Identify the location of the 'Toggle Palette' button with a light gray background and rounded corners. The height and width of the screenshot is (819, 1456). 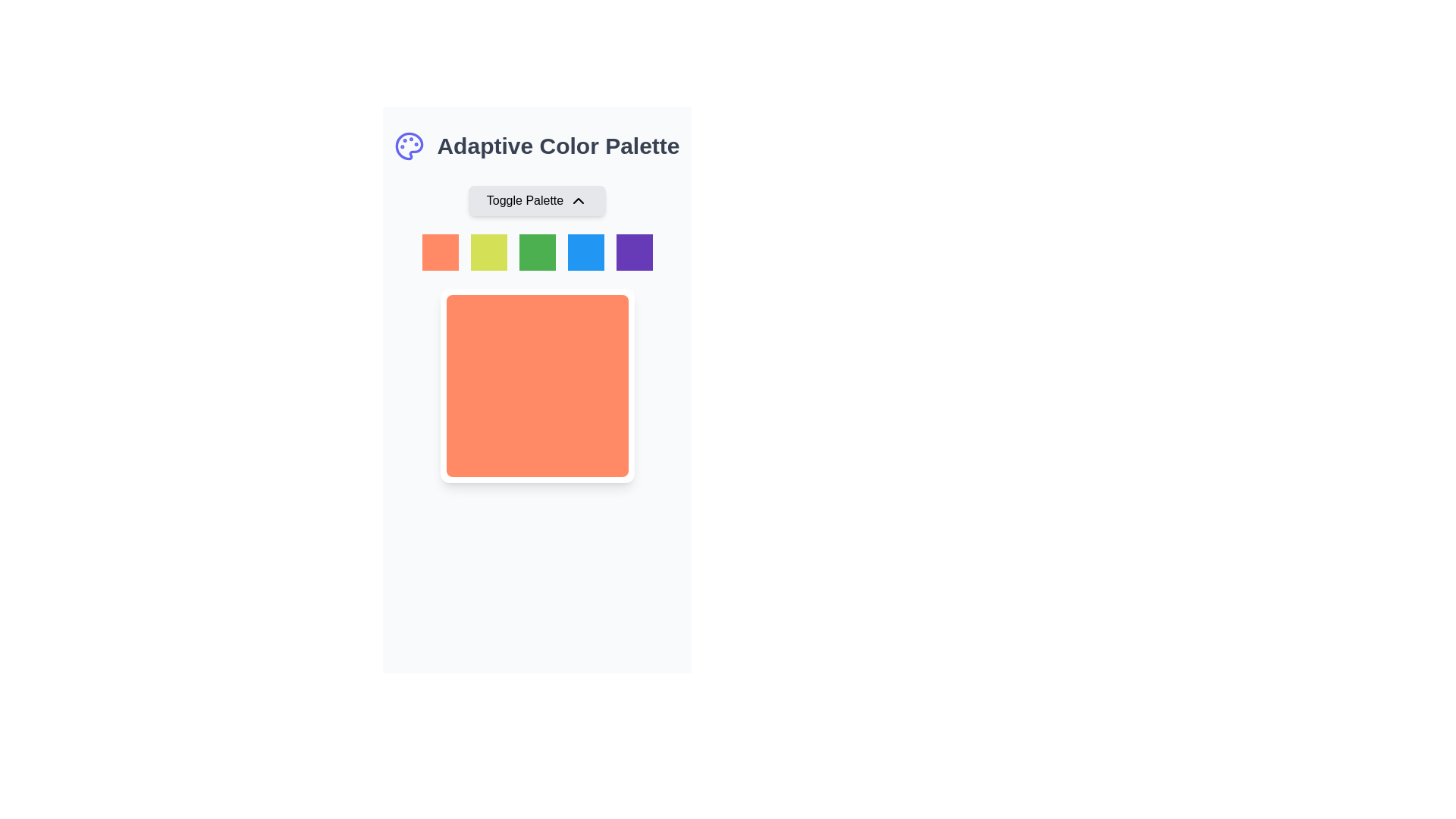
(537, 200).